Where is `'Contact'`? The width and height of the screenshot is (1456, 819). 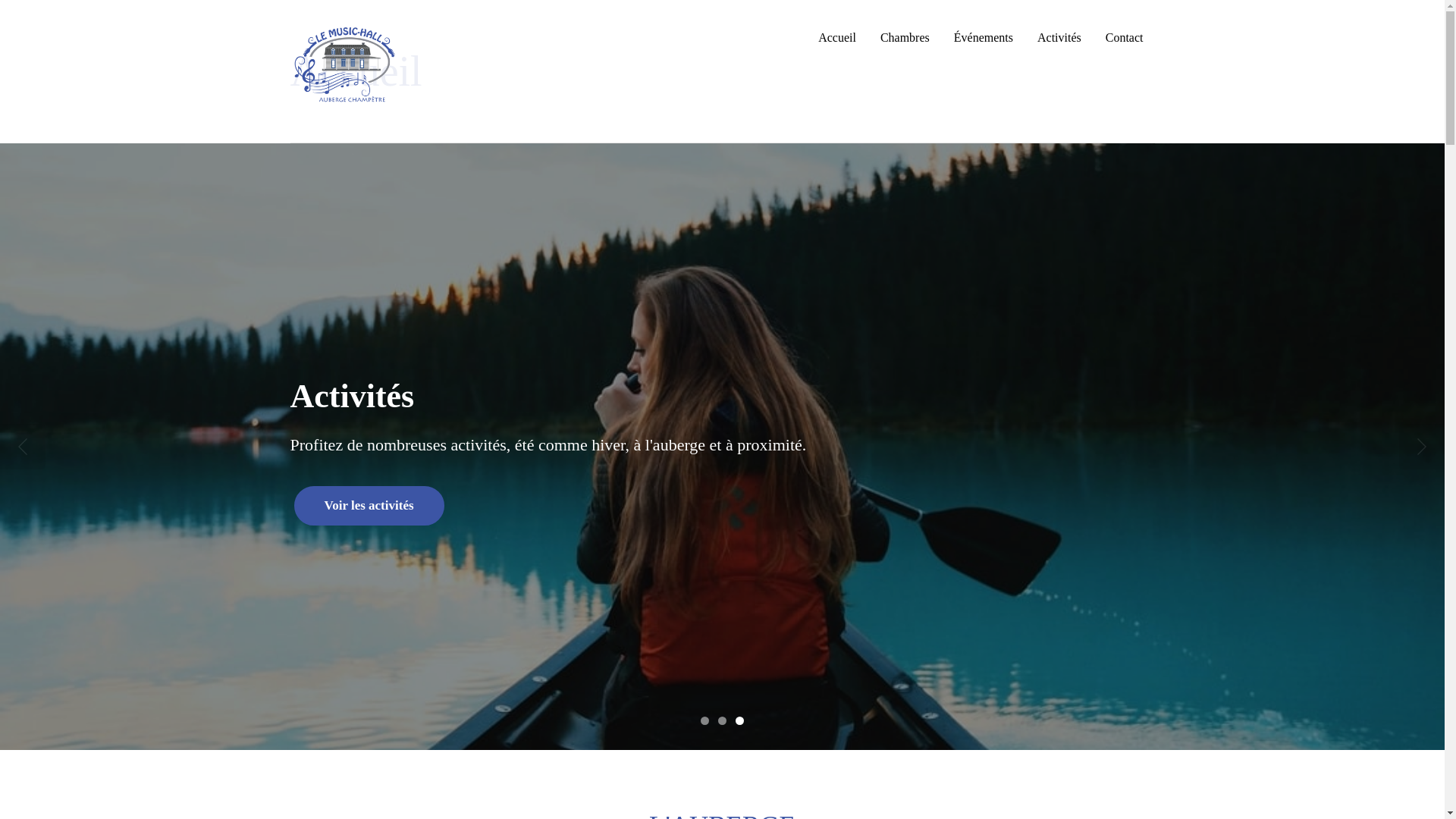 'Contact' is located at coordinates (1125, 37).